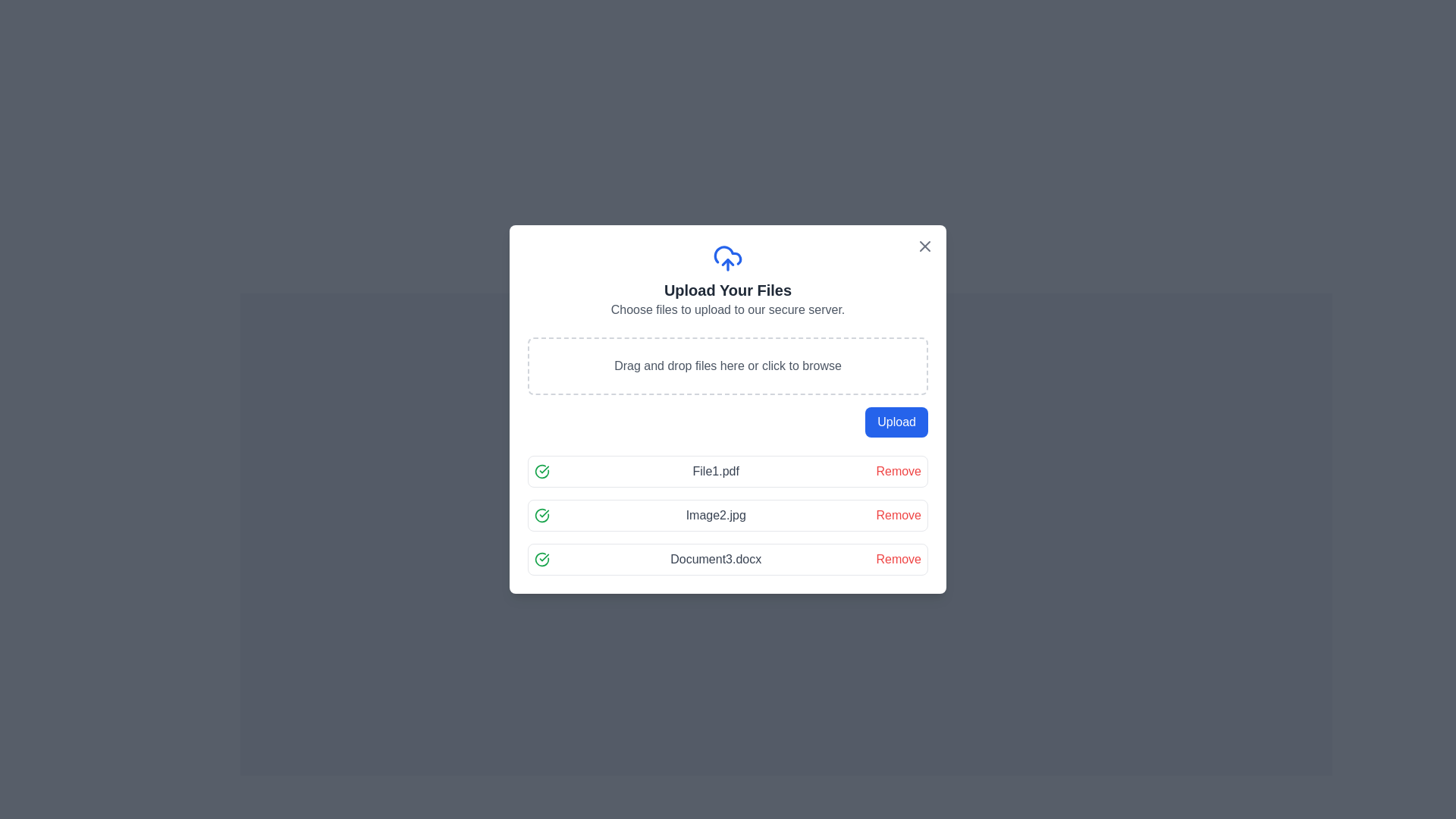  I want to click on the static text label displaying 'Drag and drop files here or click to browse', which is located inside a dashed rectangle in the file upload modal dialog, so click(728, 366).